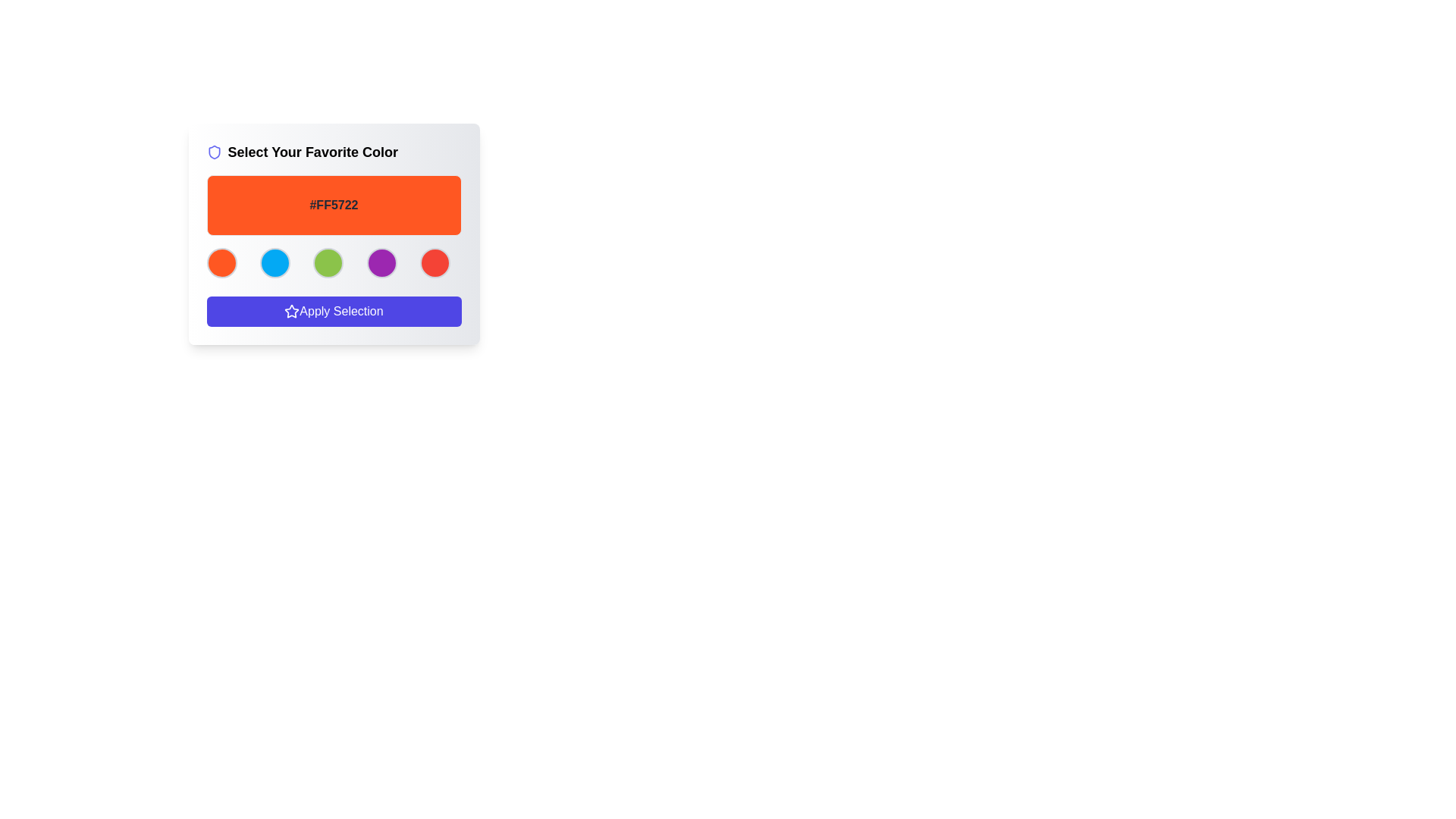 This screenshot has width=1456, height=819. Describe the element at coordinates (327, 262) in the screenshot. I see `the circular button with a green background, located between the blue button on the left and the purple button on the right` at that location.